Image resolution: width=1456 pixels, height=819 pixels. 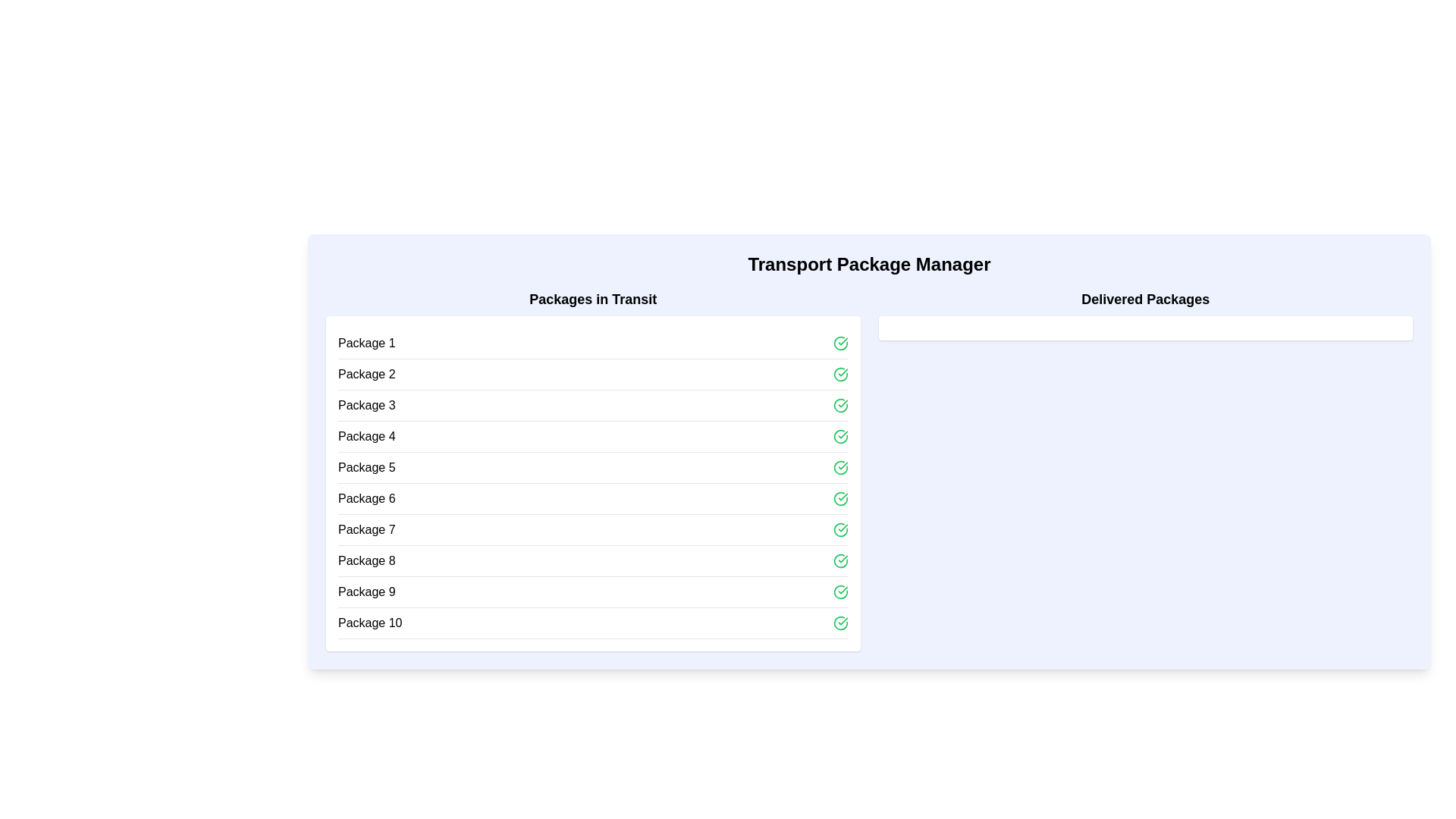 I want to click on the status icon for 'Package 9' located at the rightmost position of the row, so click(x=839, y=591).